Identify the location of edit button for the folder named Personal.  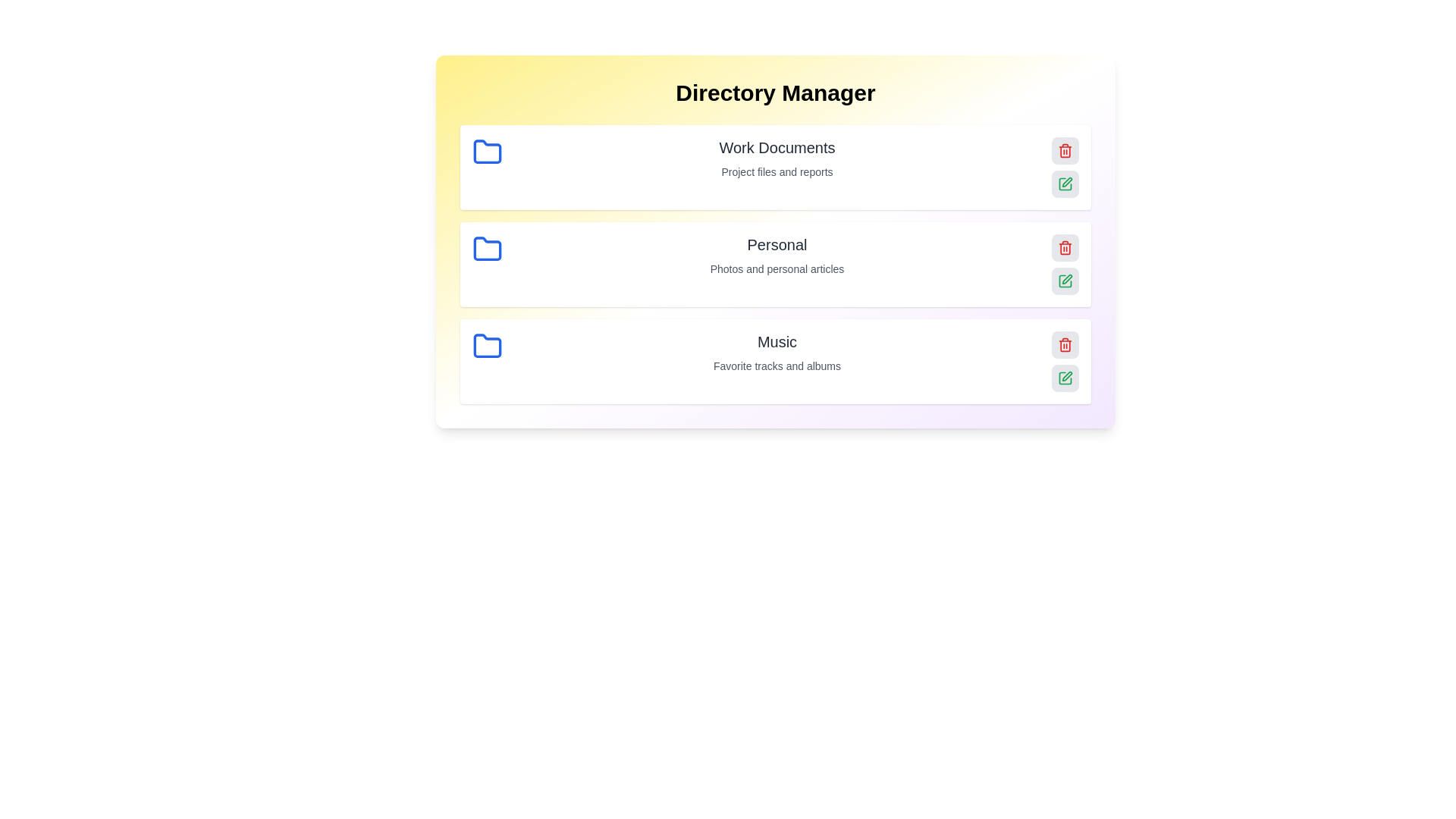
(1065, 281).